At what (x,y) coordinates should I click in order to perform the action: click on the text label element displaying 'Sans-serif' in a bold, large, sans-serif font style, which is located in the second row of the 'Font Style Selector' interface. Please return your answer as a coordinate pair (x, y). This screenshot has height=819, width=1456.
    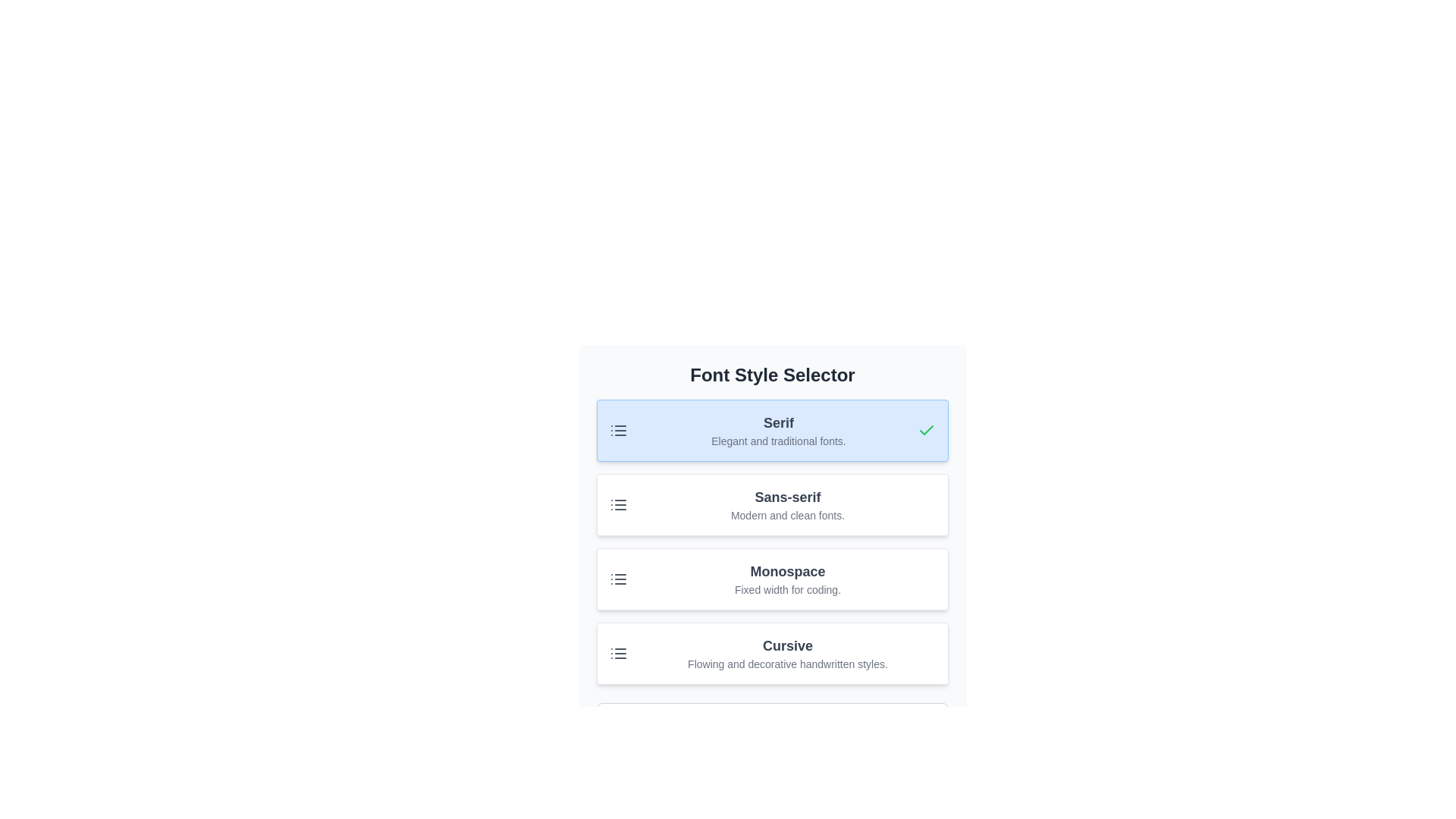
    Looking at the image, I should click on (787, 497).